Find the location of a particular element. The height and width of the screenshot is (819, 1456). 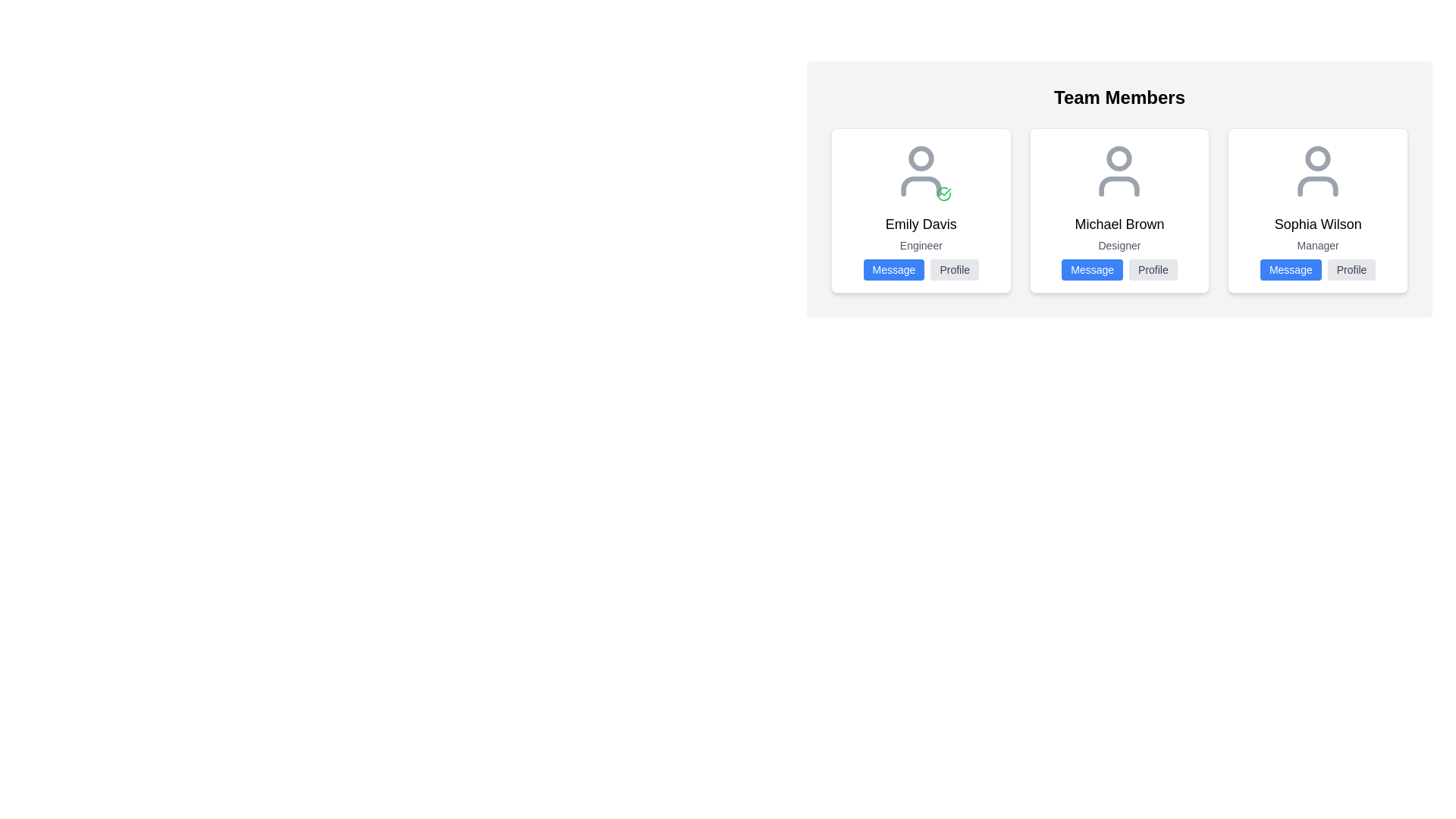

the 'Team Members' text label, which serves as a section title above the grid of user cards is located at coordinates (1119, 97).